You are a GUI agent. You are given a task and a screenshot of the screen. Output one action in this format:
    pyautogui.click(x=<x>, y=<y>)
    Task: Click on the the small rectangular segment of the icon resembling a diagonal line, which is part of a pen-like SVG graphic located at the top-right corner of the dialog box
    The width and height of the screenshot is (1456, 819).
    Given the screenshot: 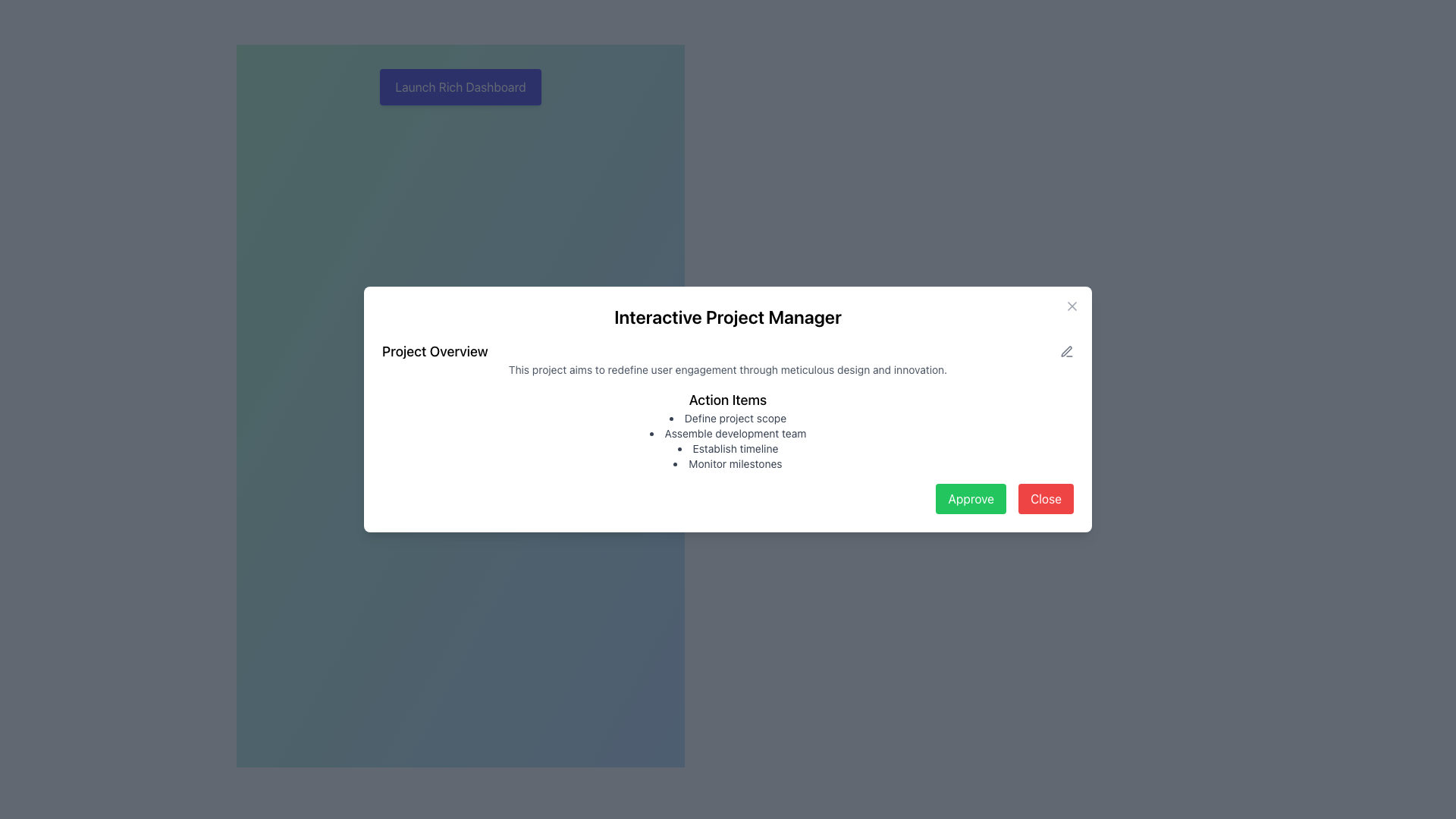 What is the action you would take?
    pyautogui.click(x=1065, y=351)
    